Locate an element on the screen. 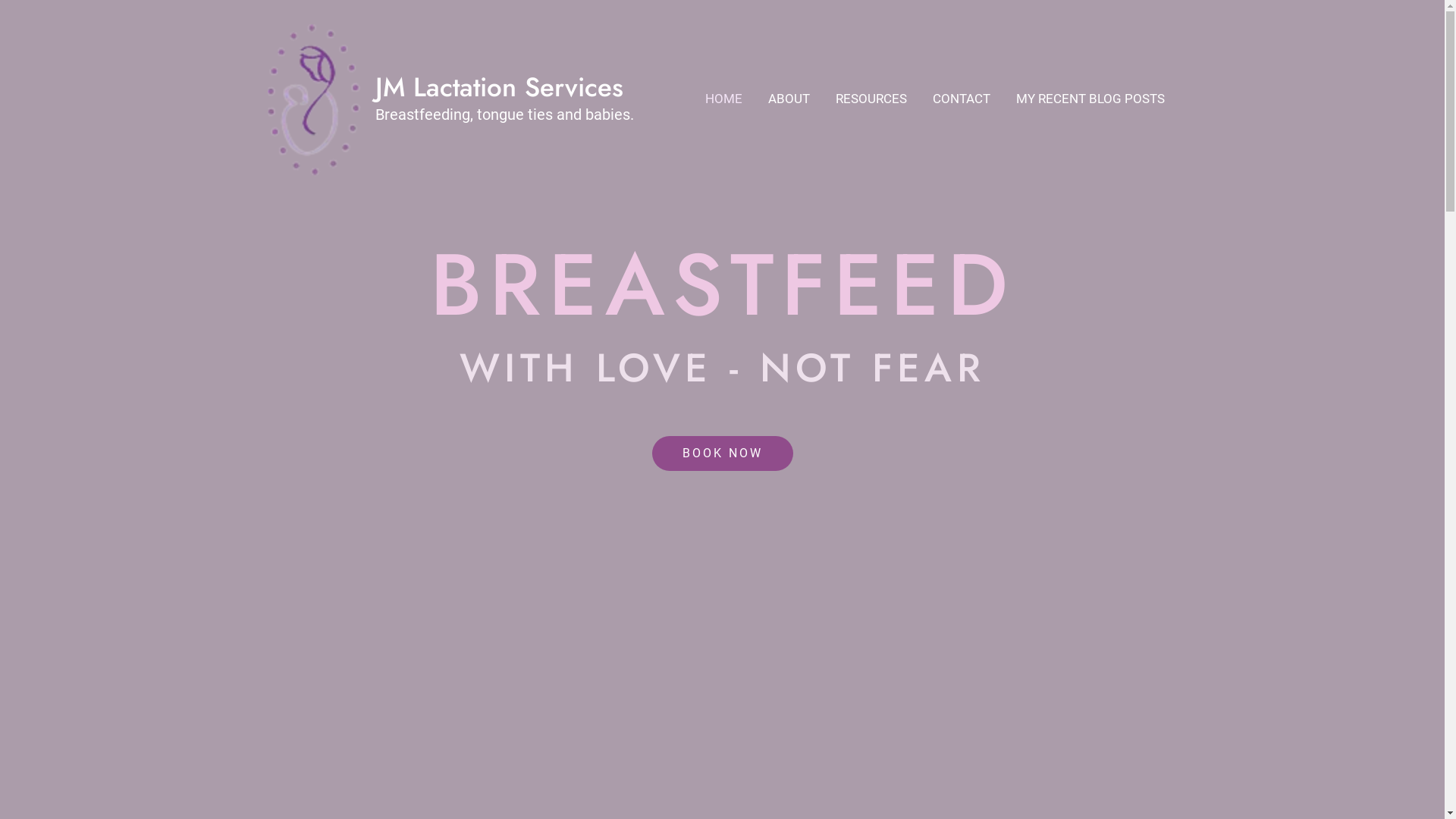 Image resolution: width=1456 pixels, height=819 pixels. 'HOME' is located at coordinates (722, 99).